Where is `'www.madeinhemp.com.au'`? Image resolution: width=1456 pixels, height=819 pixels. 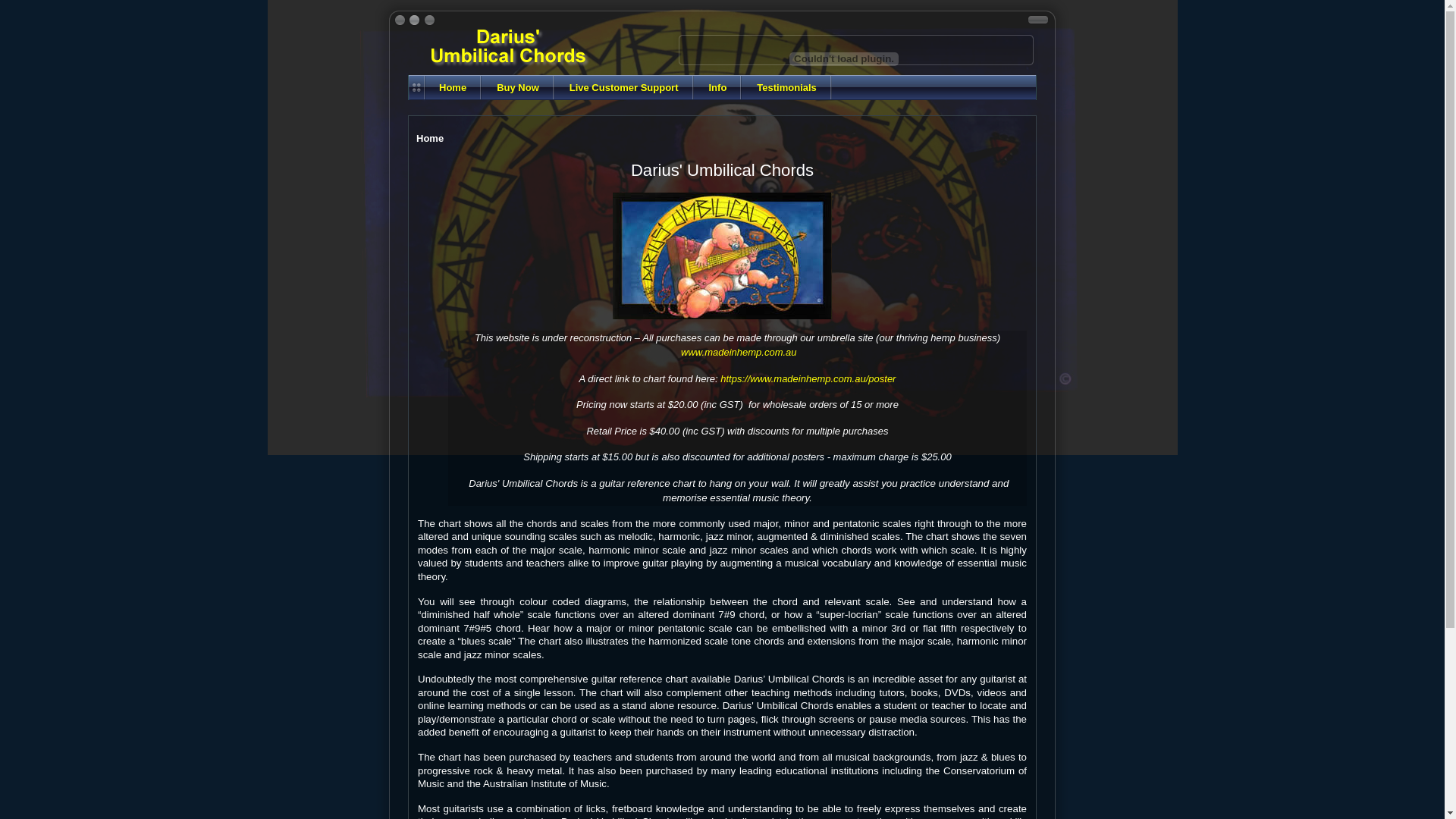
'www.madeinhemp.com.au' is located at coordinates (679, 352).